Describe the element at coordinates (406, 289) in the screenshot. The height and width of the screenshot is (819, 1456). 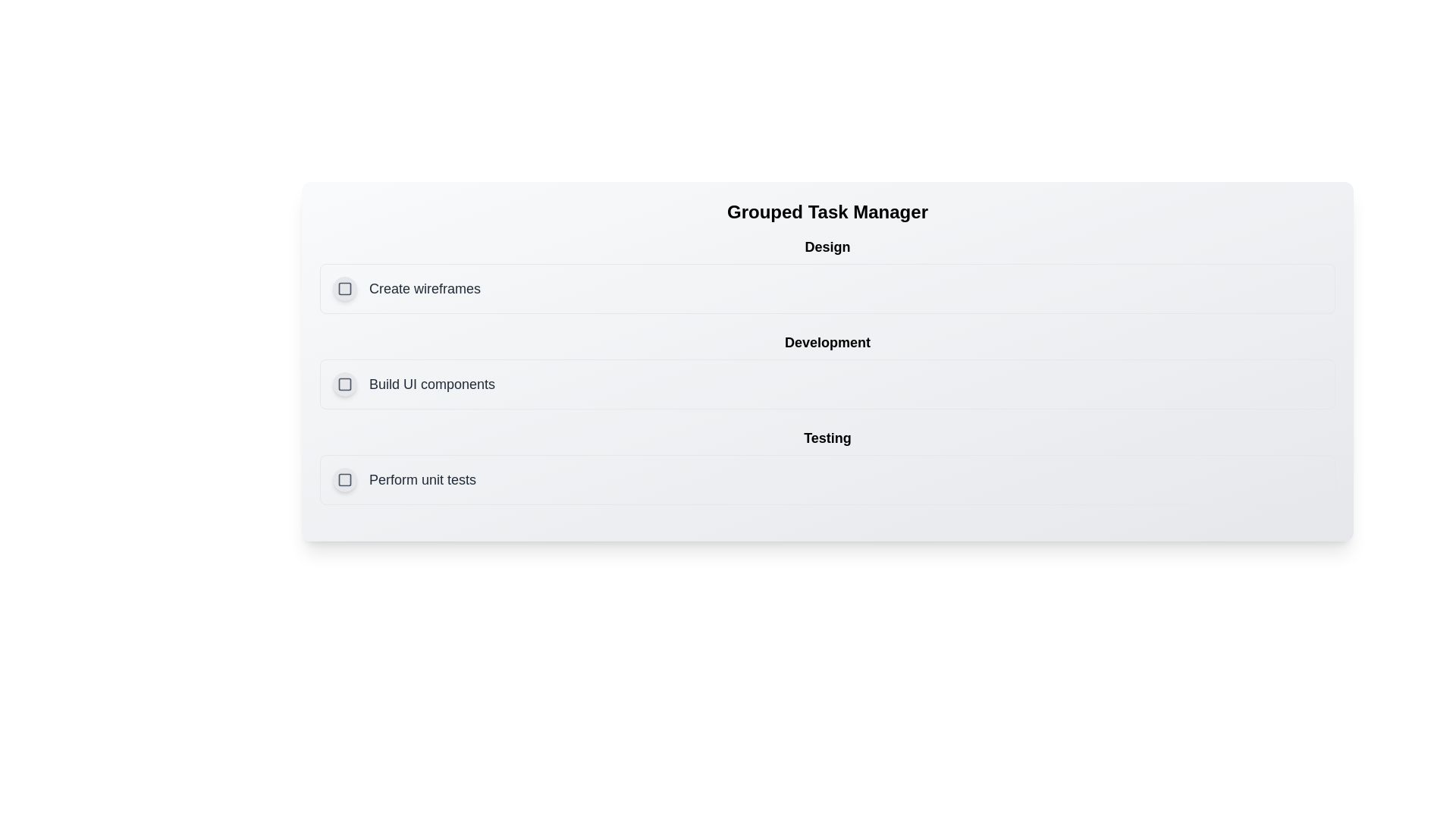
I see `the 'Create wireframes' checkbox` at that location.